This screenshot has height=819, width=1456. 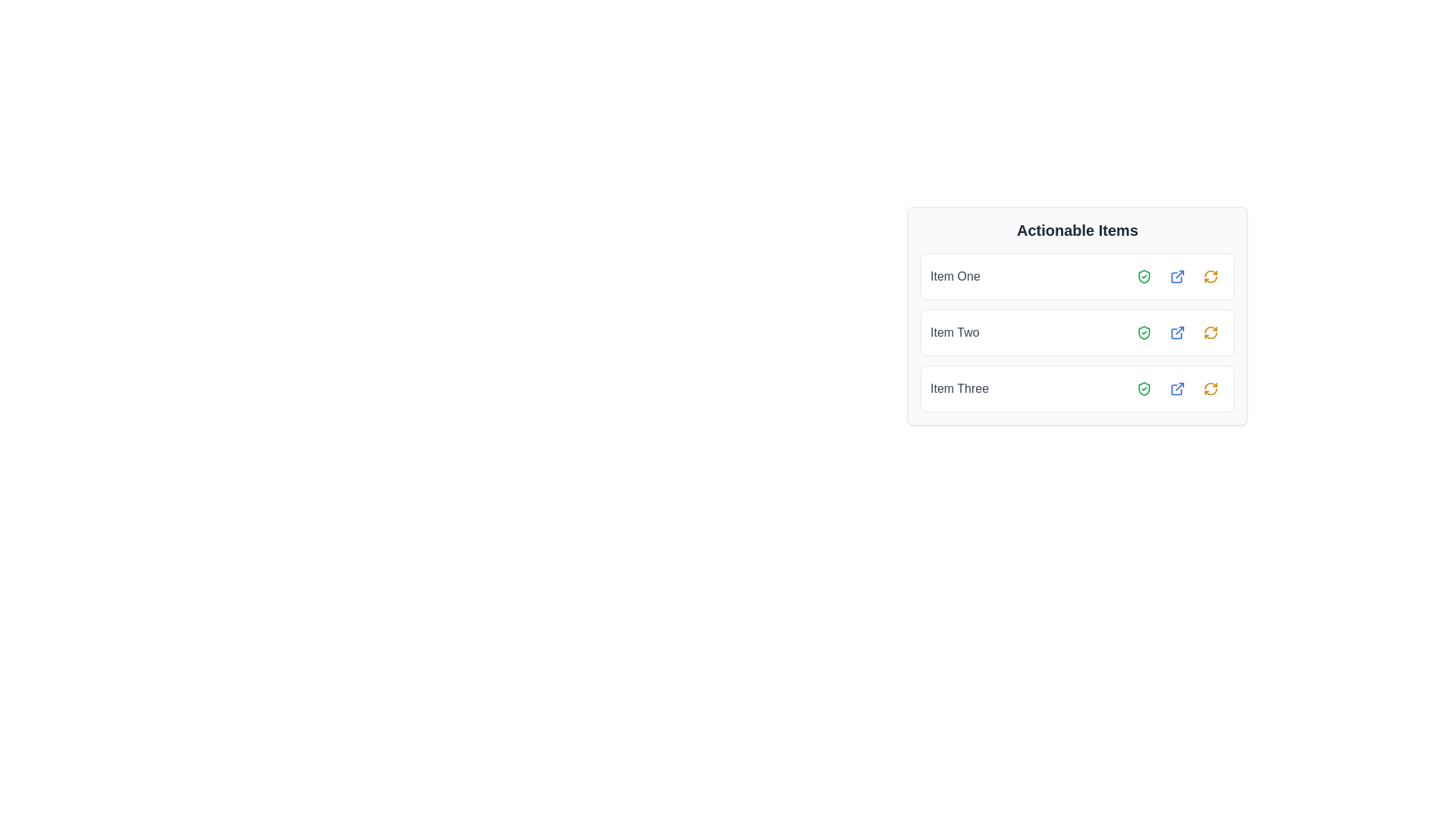 What do you see at coordinates (1210, 277) in the screenshot?
I see `the refresh icon button located to the far right of the action buttons for 'Item One' in the 'Actionable Items' table` at bounding box center [1210, 277].